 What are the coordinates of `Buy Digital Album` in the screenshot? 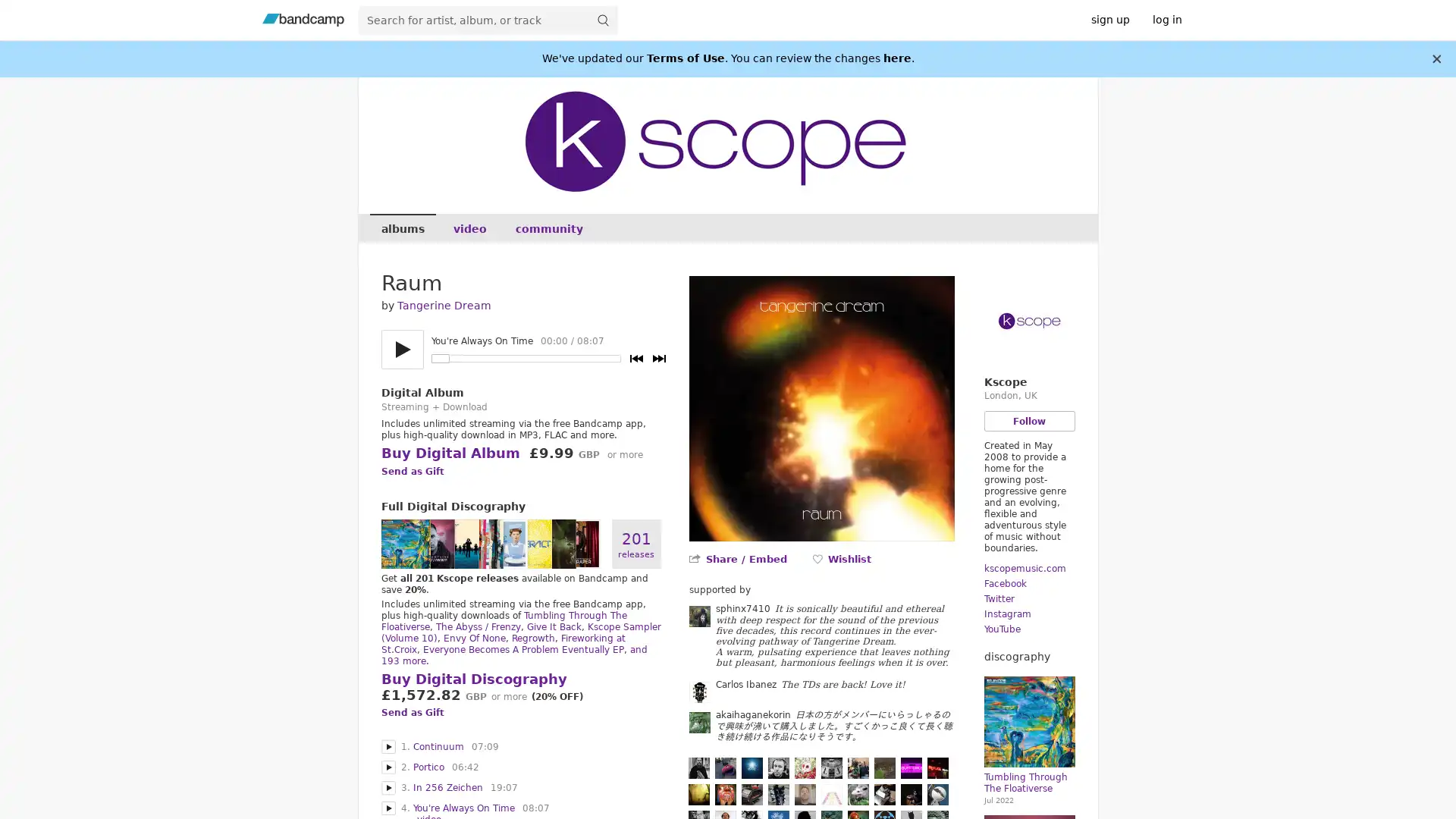 It's located at (449, 452).